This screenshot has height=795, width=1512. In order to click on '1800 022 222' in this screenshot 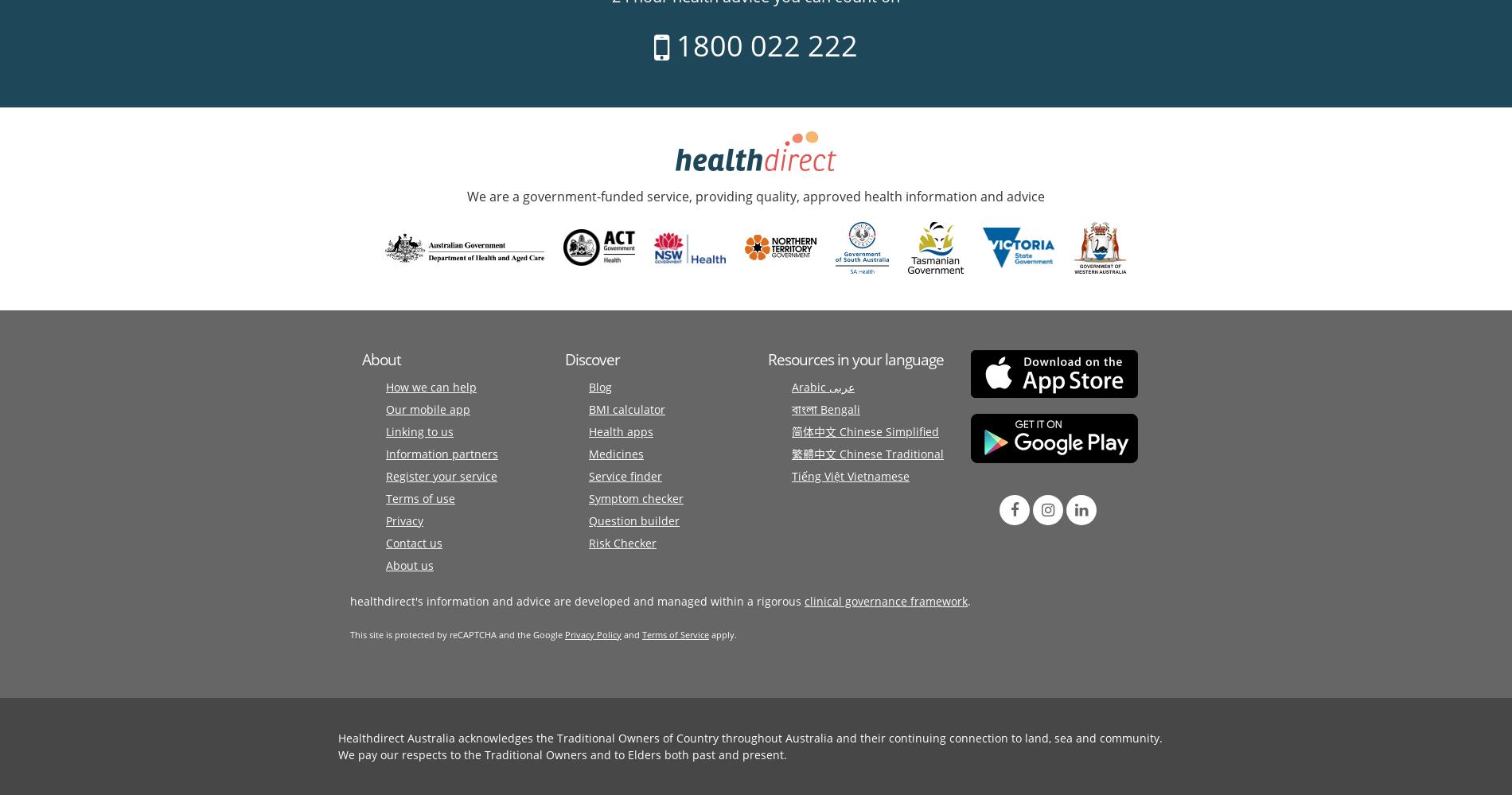, I will do `click(668, 45)`.